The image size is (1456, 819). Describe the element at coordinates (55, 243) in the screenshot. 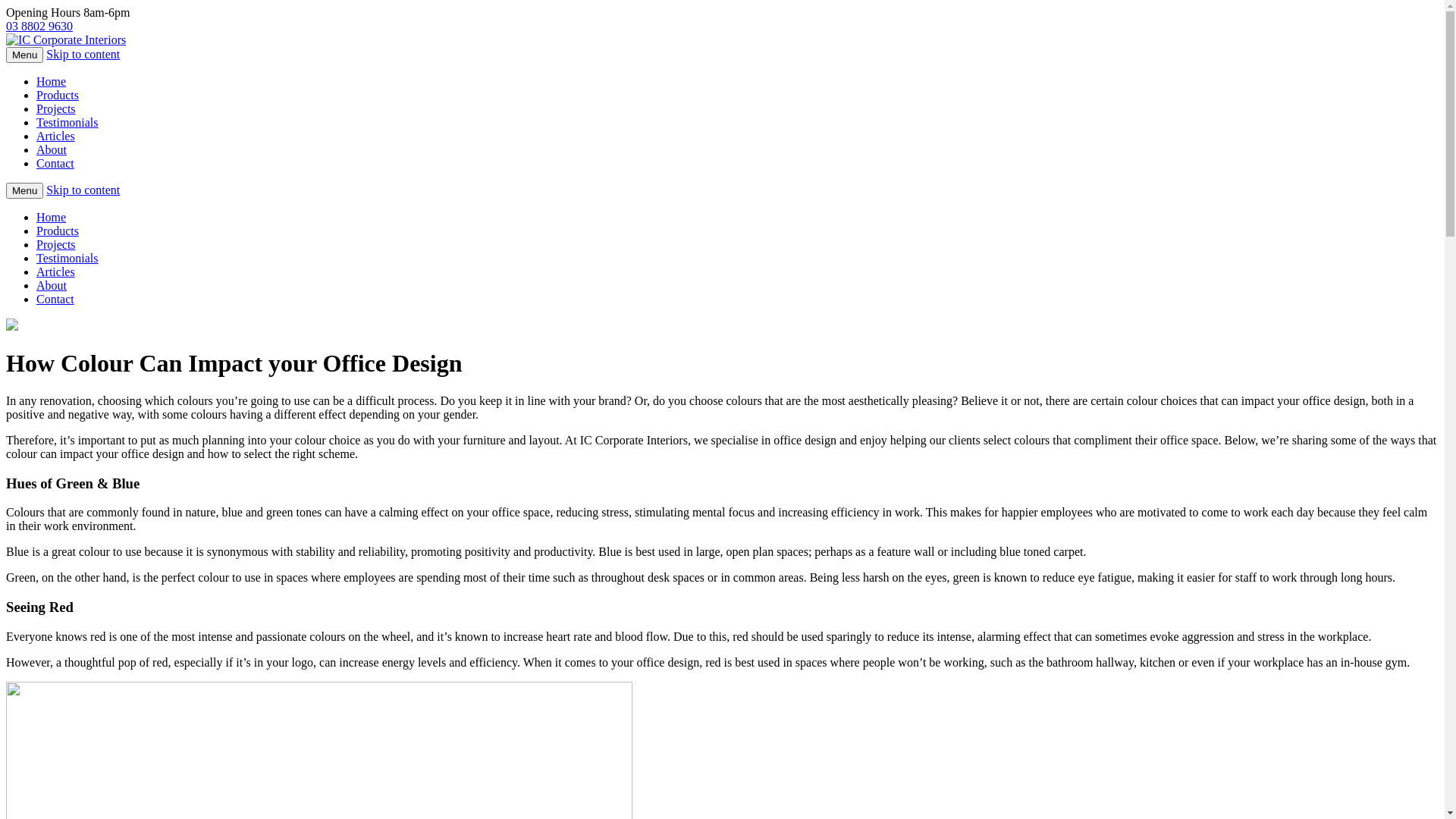

I see `'Projects'` at that location.